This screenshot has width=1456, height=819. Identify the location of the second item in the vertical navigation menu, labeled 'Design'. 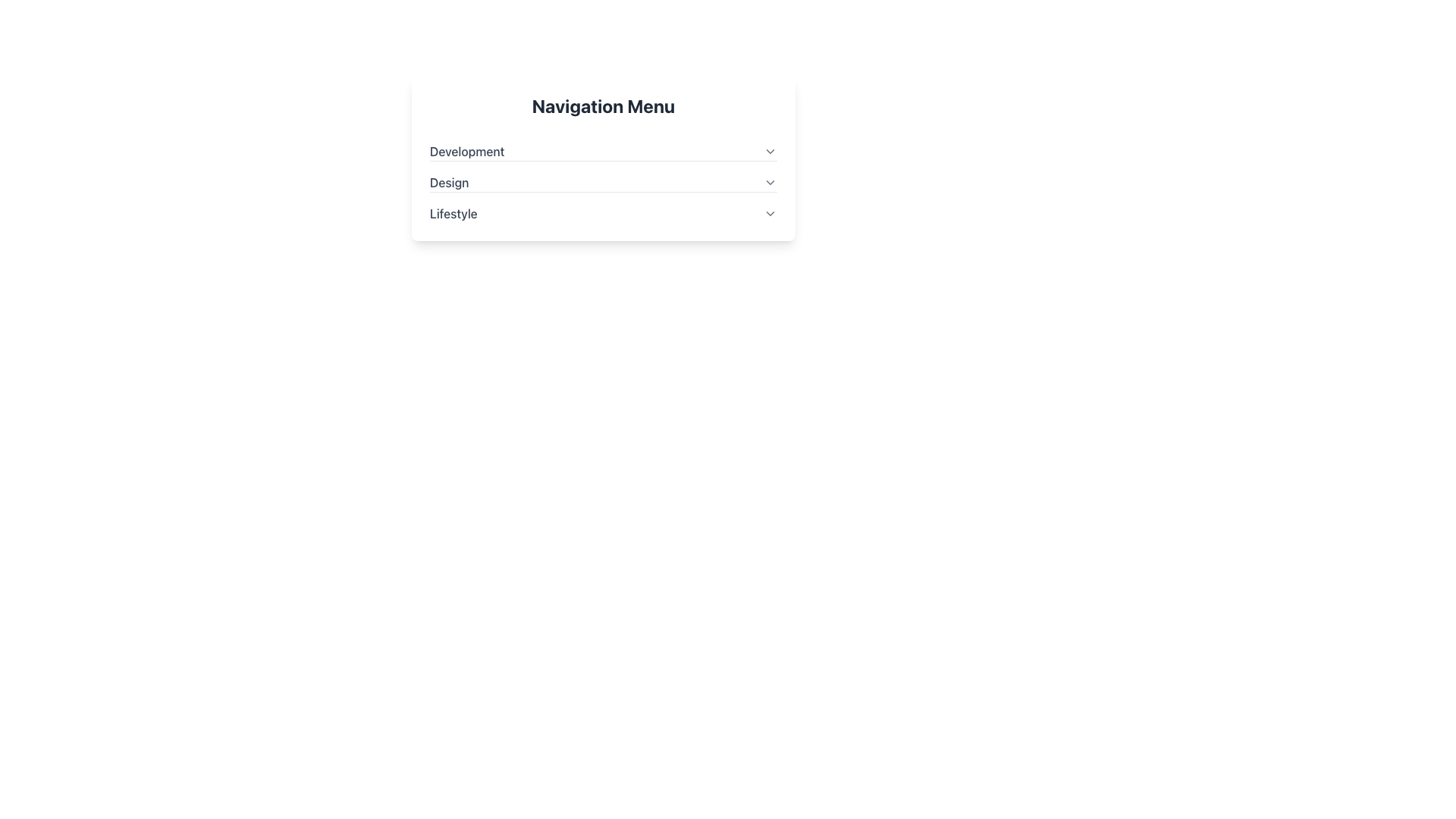
(603, 175).